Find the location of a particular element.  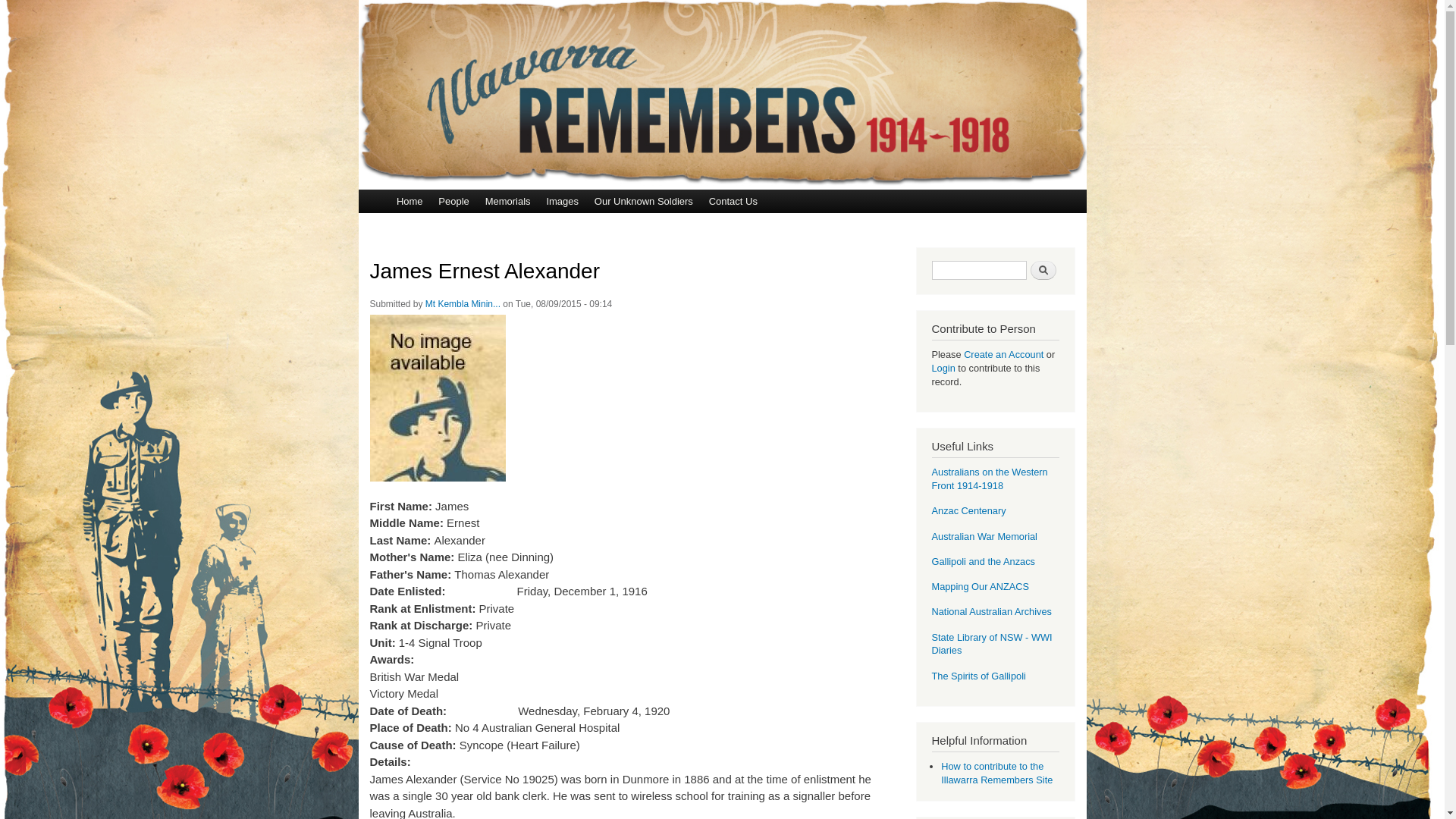

'State Library of NSW - WWI Diaries' is located at coordinates (991, 644).